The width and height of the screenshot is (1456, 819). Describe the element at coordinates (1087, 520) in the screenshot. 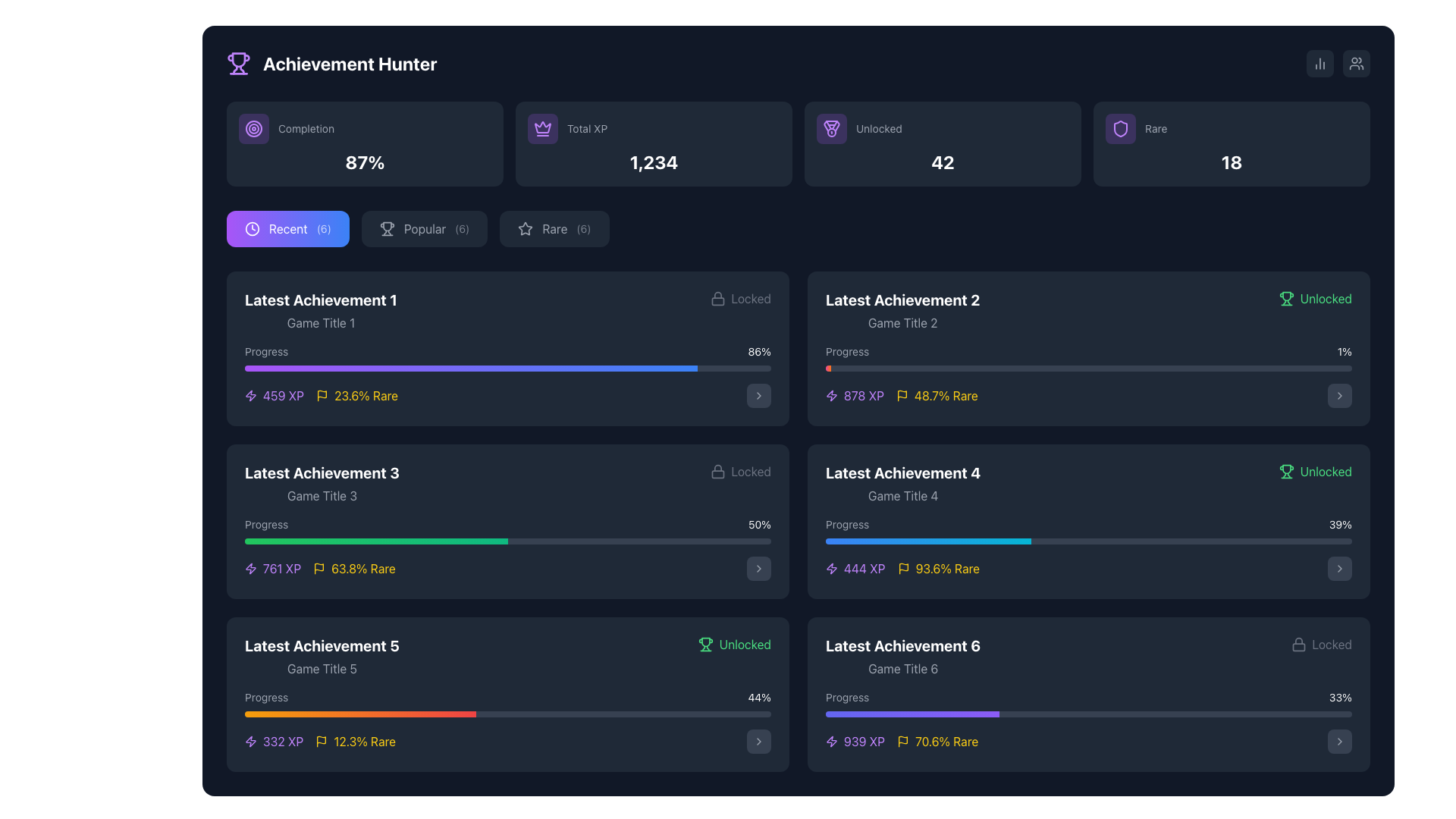

I see `the Card component that displays 'Latest Achievement 4' with a dark background and rounded corners, located in the second column and third row of the grid layout` at that location.